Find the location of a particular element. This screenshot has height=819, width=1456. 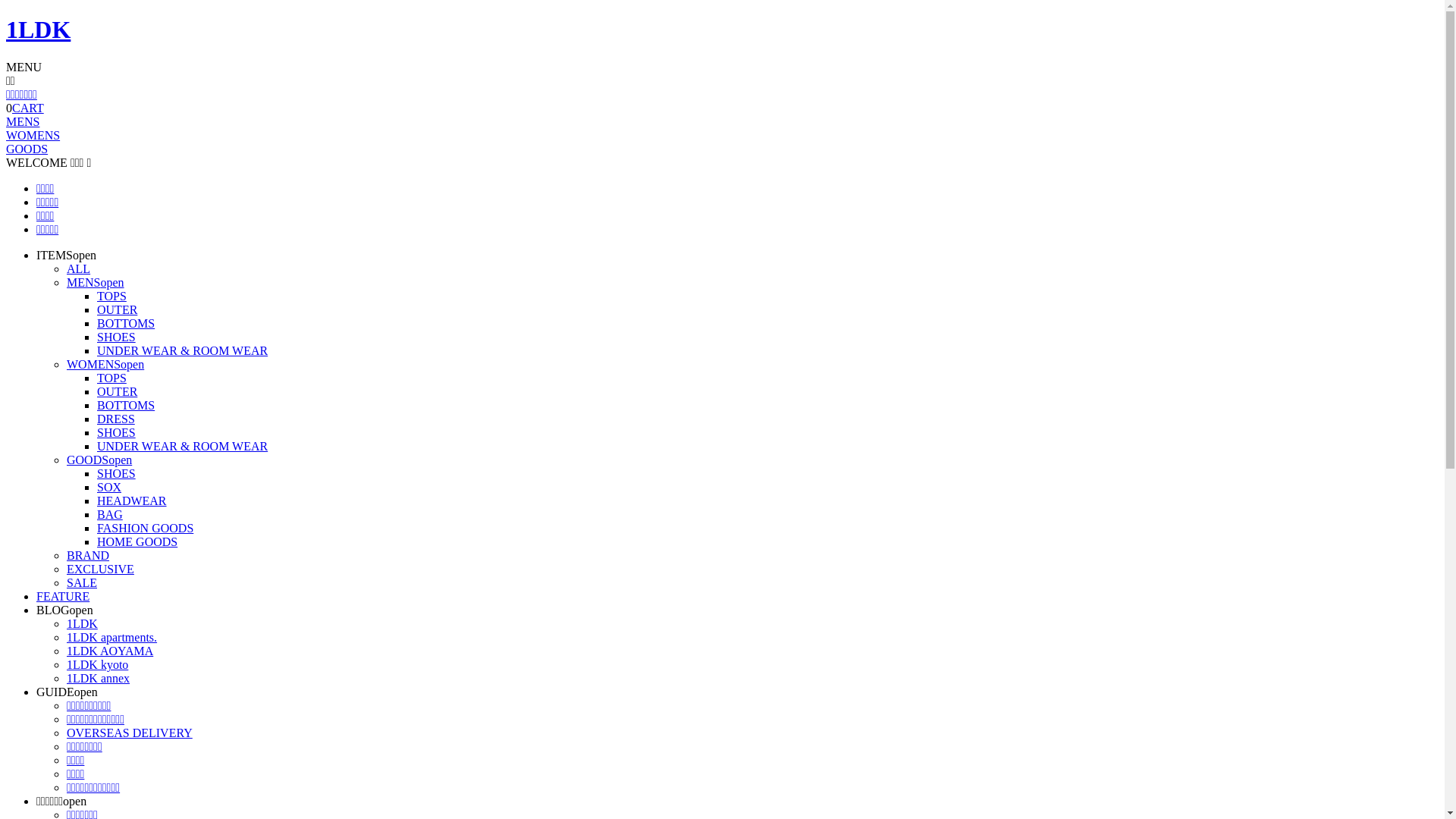

'1LDK AOYAMA' is located at coordinates (108, 650).